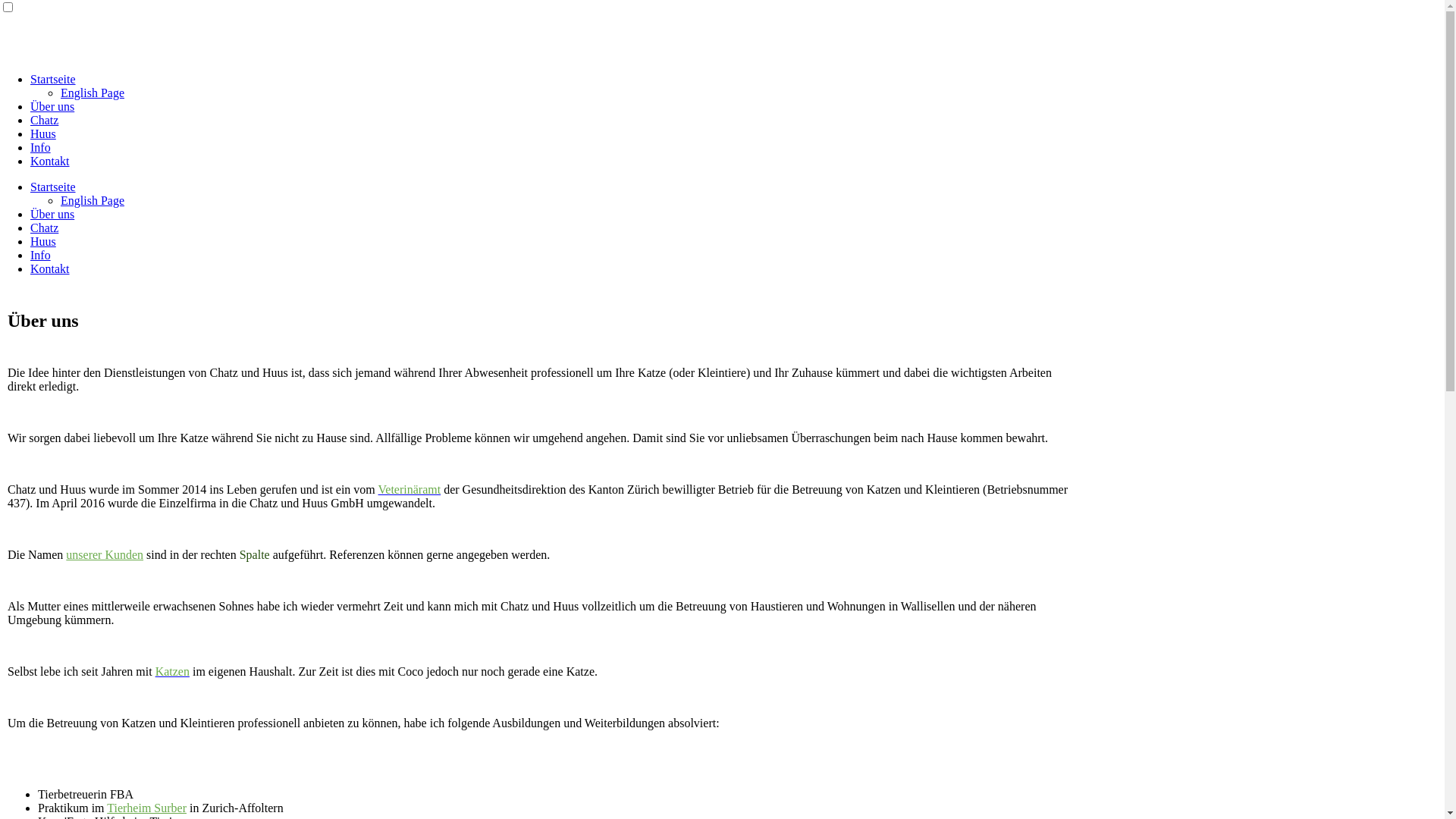 The image size is (1456, 819). What do you see at coordinates (146, 807) in the screenshot?
I see `'Tierheim Surber'` at bounding box center [146, 807].